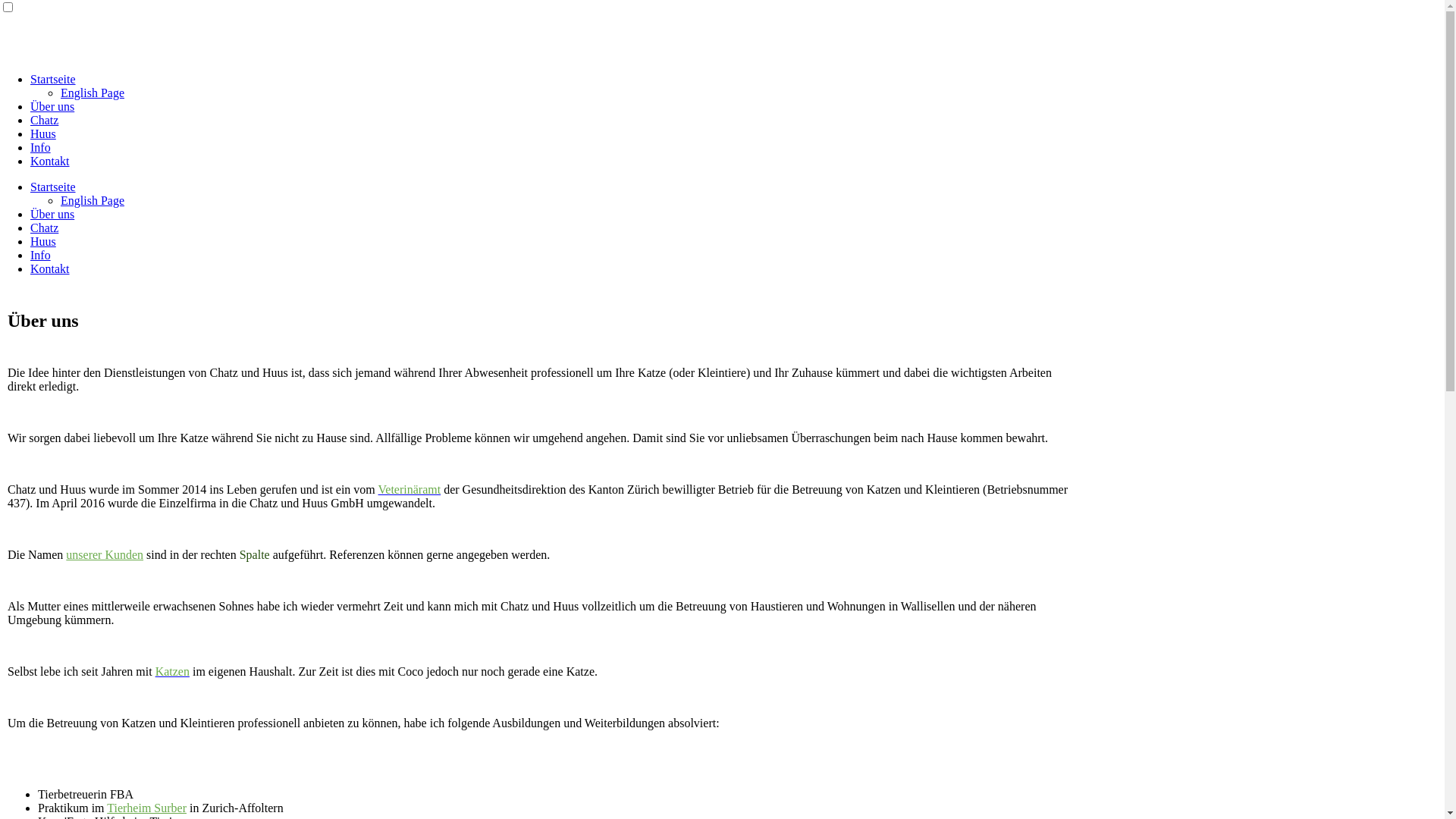 The image size is (1456, 819). What do you see at coordinates (146, 807) in the screenshot?
I see `'Tierheim Surber'` at bounding box center [146, 807].